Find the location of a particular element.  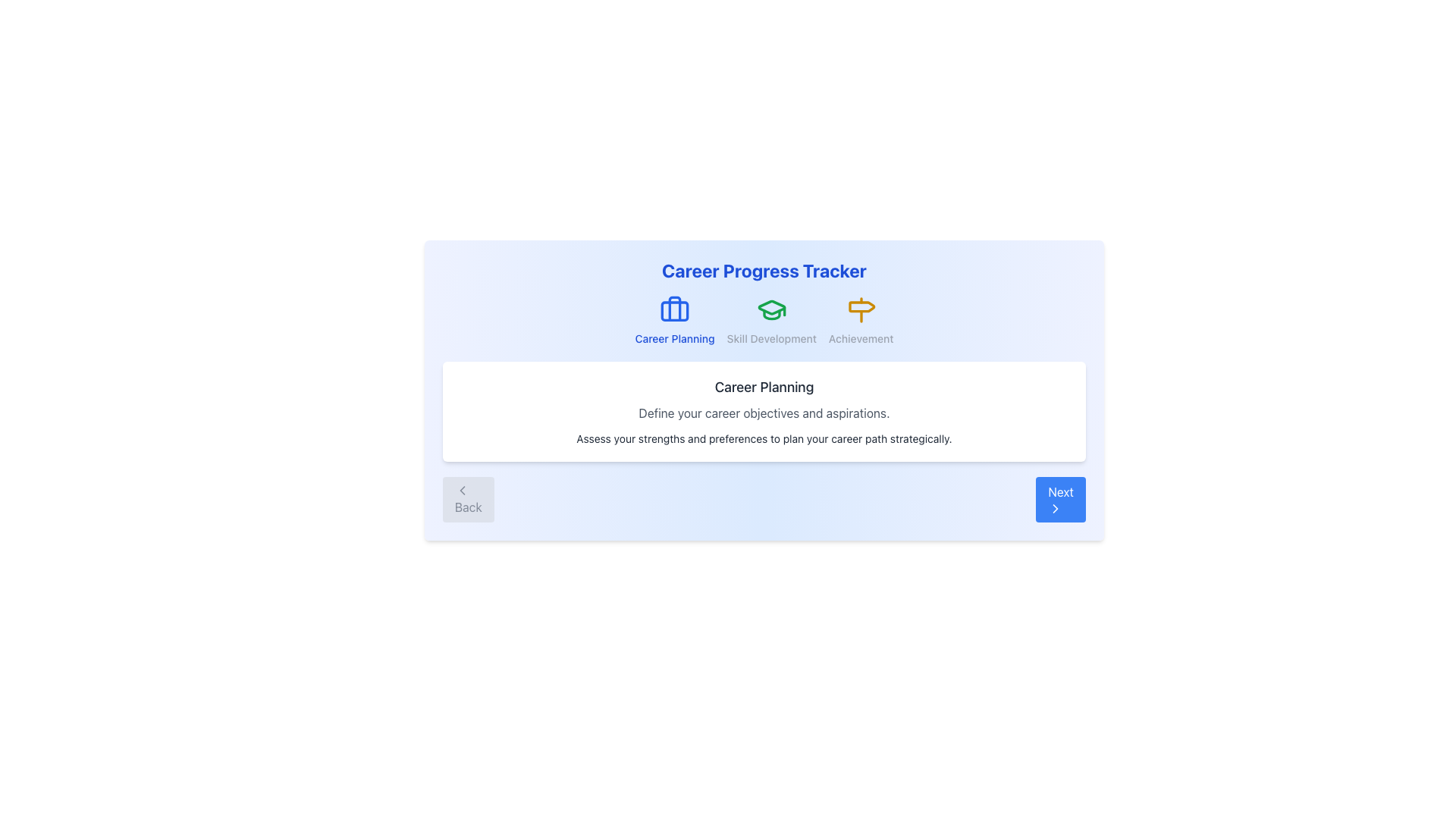

the skill development Icon and label component is located at coordinates (771, 320).